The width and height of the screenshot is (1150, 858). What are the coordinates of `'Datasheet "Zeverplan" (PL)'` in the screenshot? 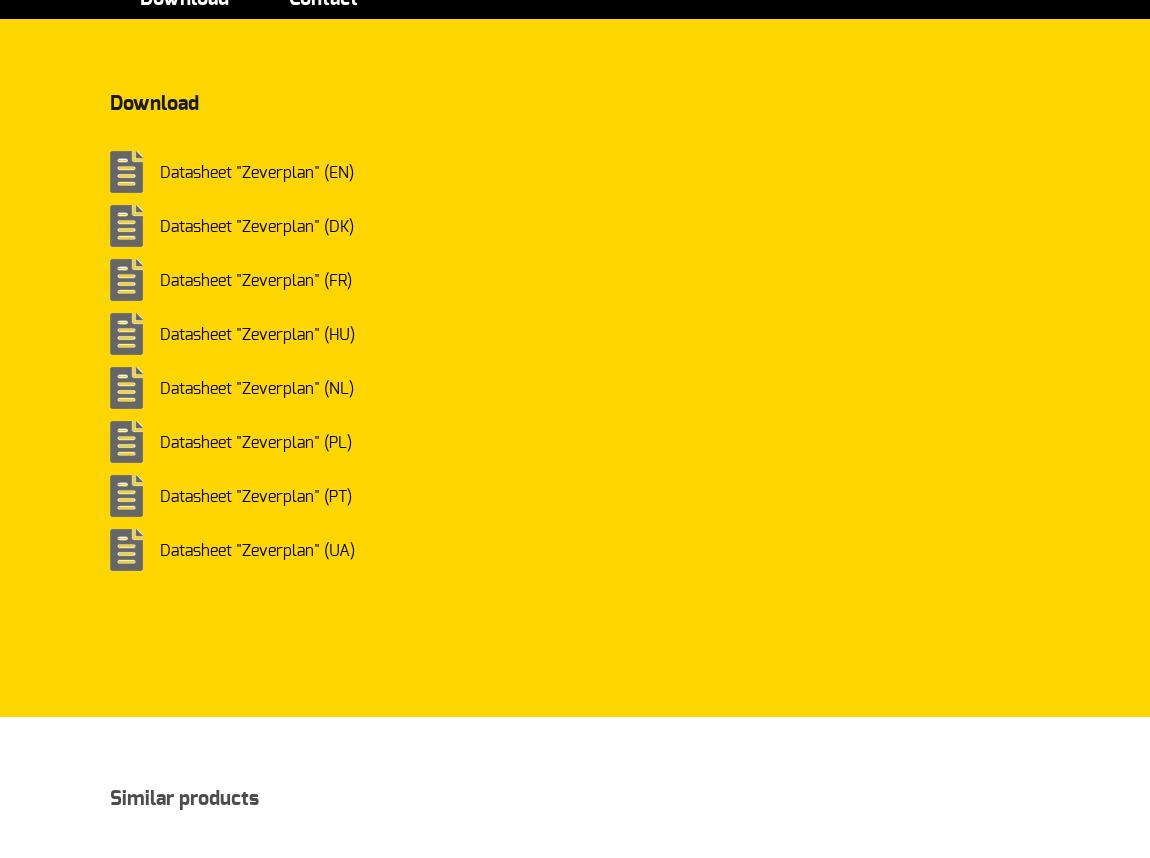 It's located at (254, 442).